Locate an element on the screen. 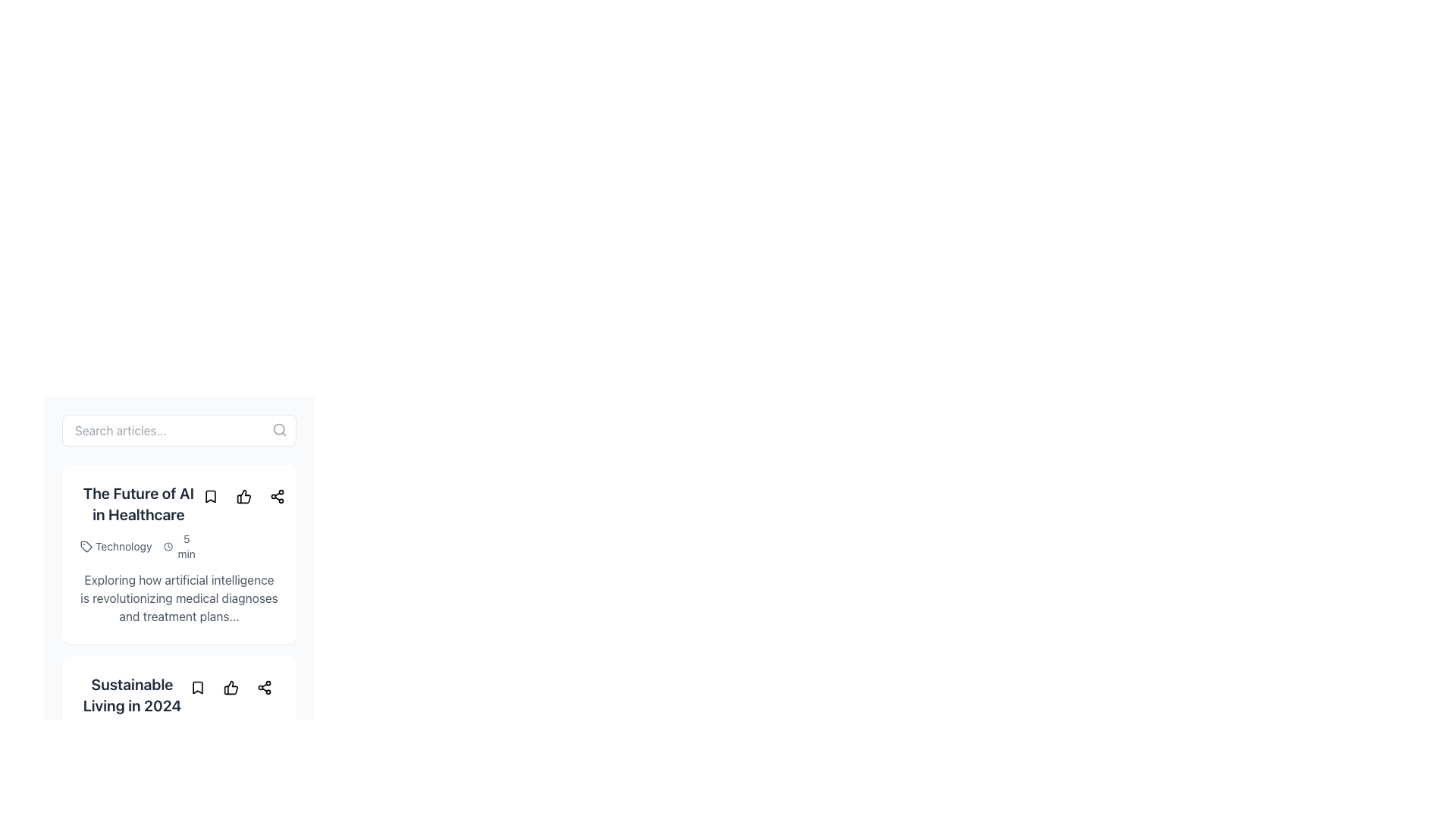  the thumbs-up icon, which is a minimalistic line art representation located centrally in a row of three icons below the title 'Sustainable Living in 2024' is located at coordinates (231, 687).